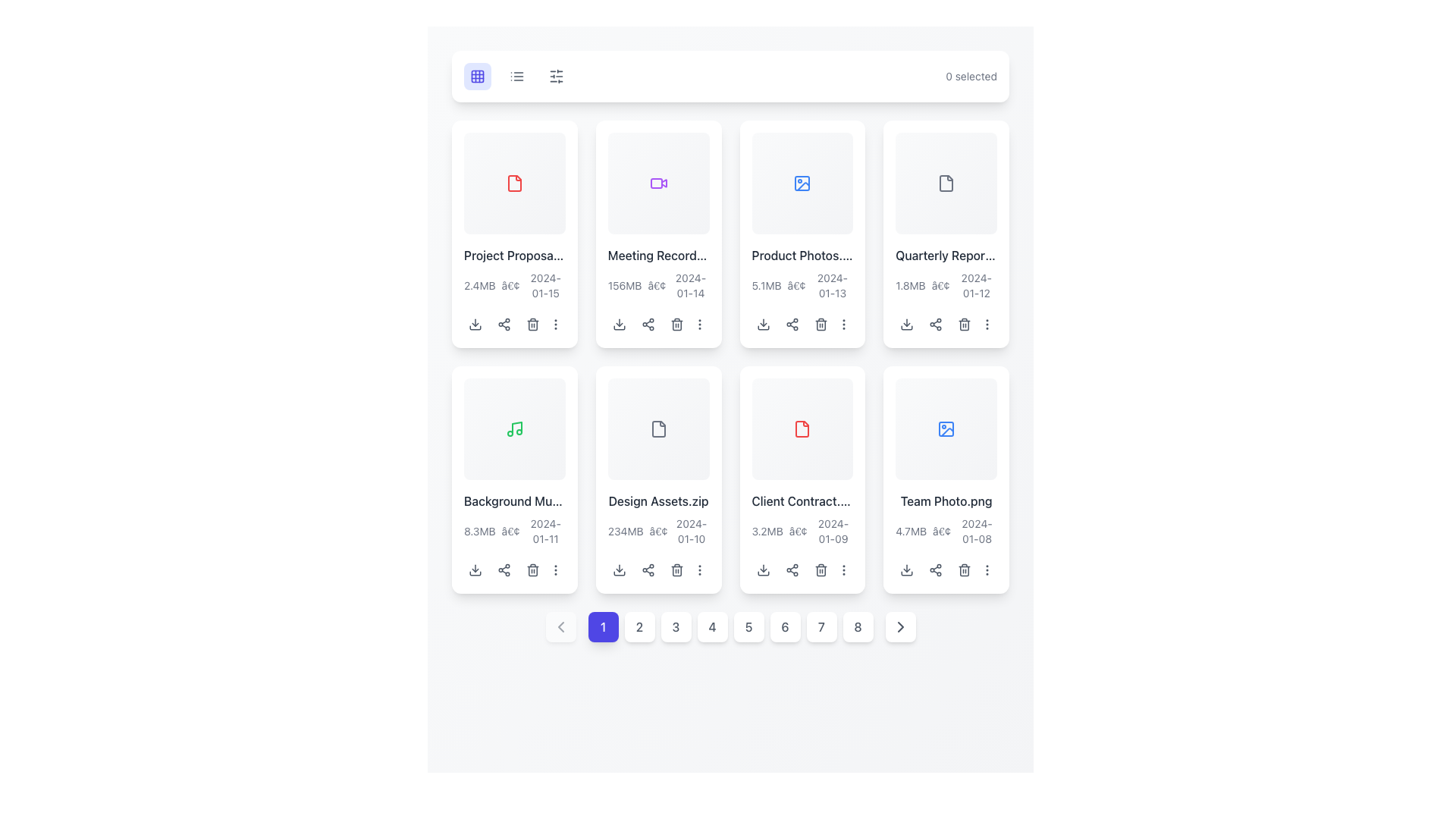  Describe the element at coordinates (797, 530) in the screenshot. I see `the bullet point symbol, which visually separates the file size '3.2MB' from the date '2024-01-09' in the file details display` at that location.